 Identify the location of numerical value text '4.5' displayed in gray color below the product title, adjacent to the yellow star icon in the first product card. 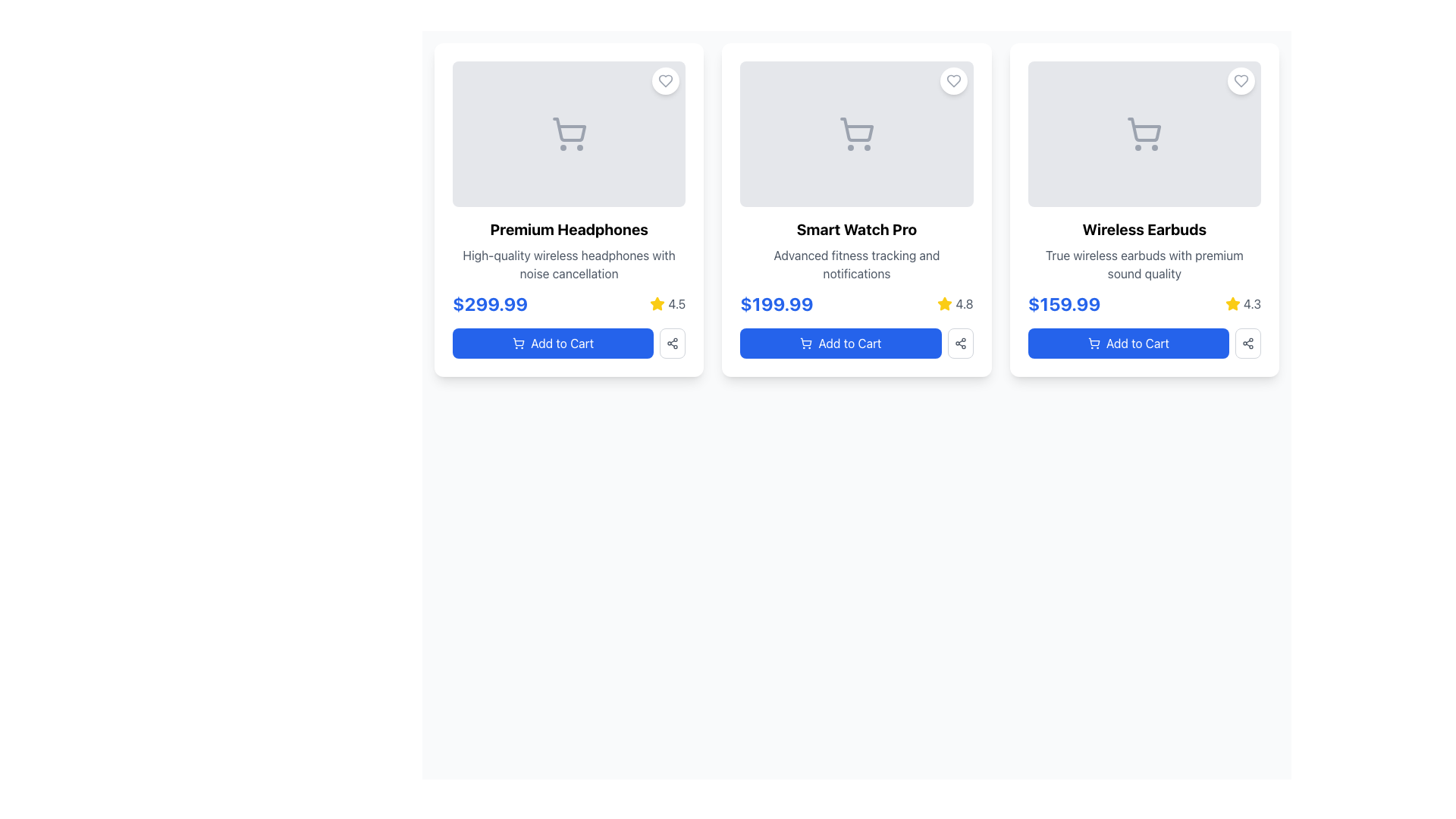
(676, 304).